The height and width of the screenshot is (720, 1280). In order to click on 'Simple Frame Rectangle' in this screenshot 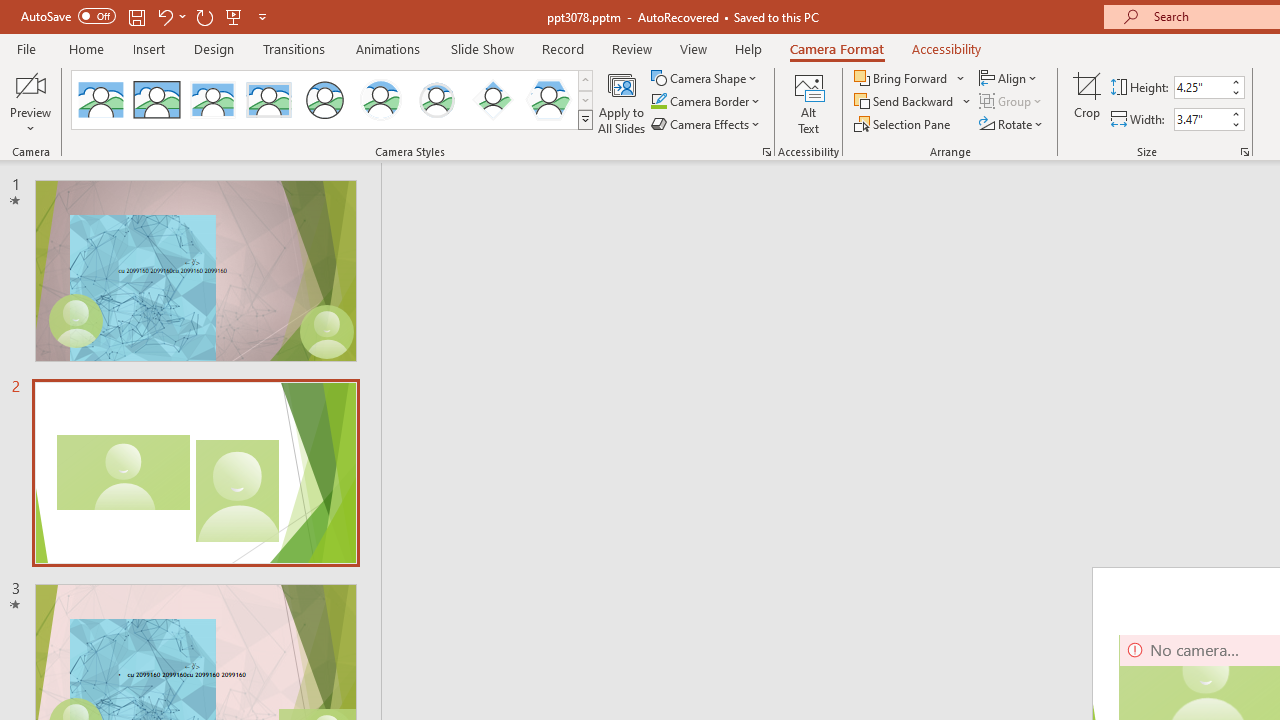, I will do `click(156, 100)`.